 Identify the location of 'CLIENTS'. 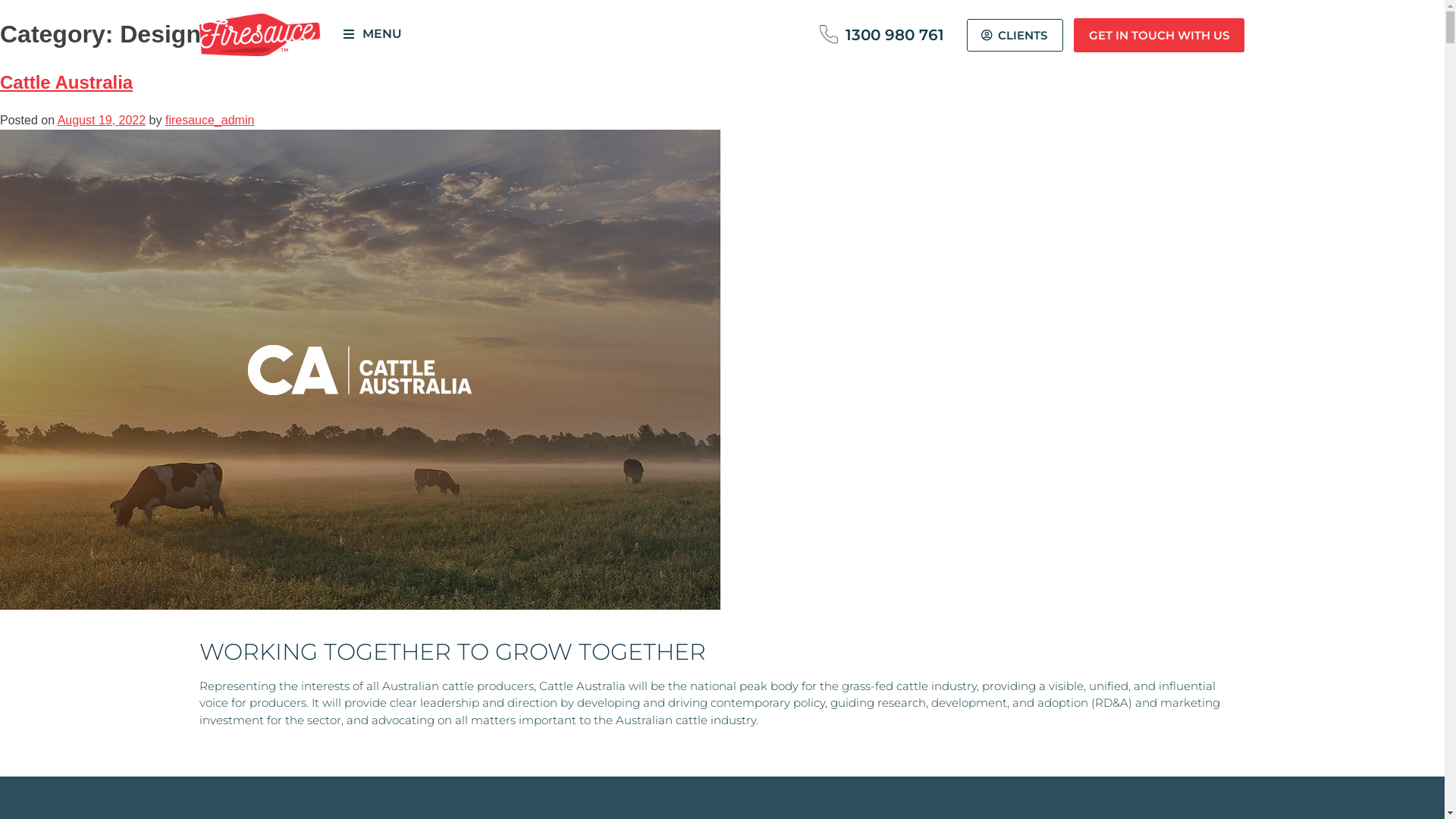
(1015, 34).